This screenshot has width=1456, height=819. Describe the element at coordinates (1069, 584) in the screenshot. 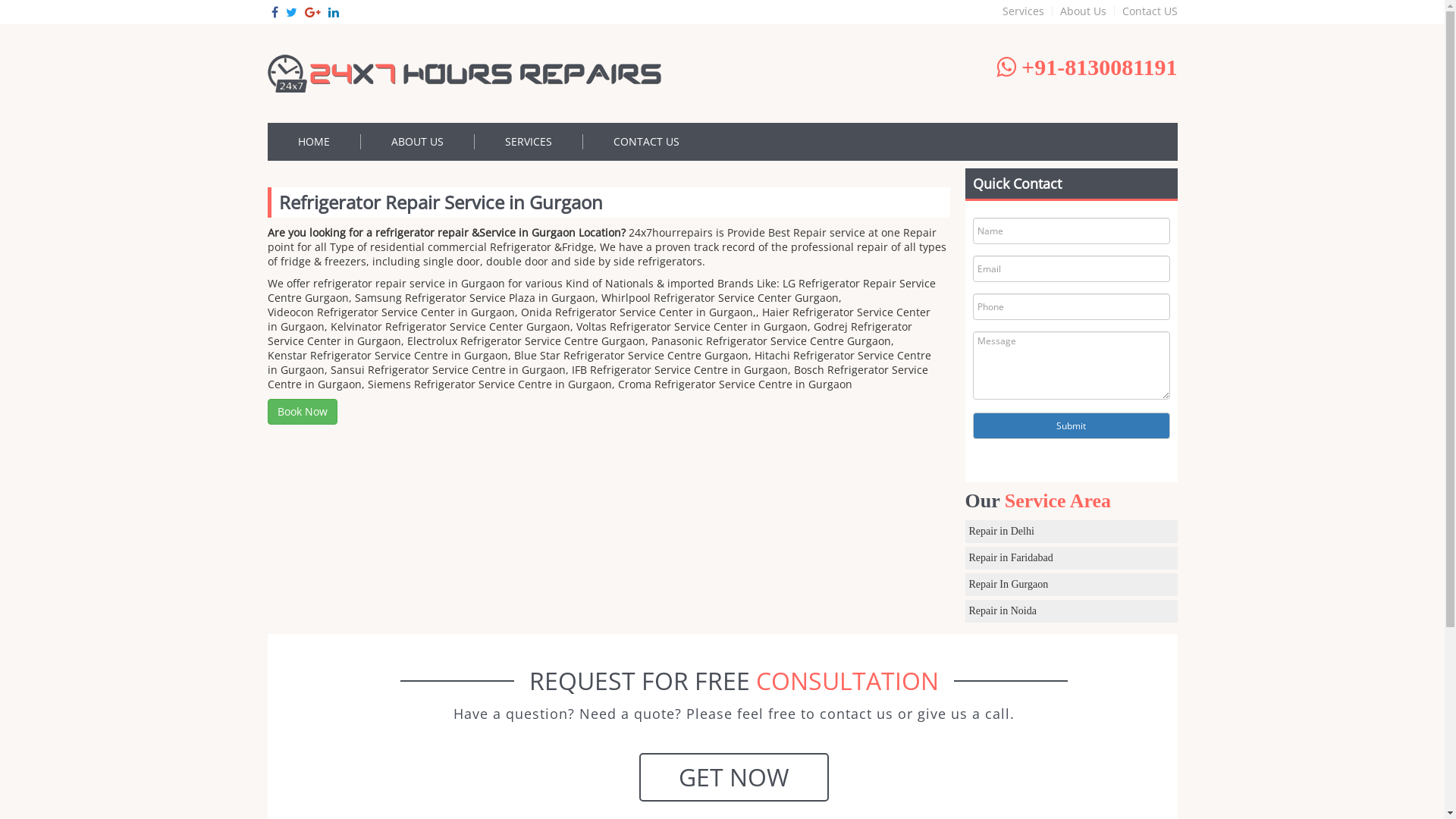

I see `'Repair In Gurgaon'` at that location.